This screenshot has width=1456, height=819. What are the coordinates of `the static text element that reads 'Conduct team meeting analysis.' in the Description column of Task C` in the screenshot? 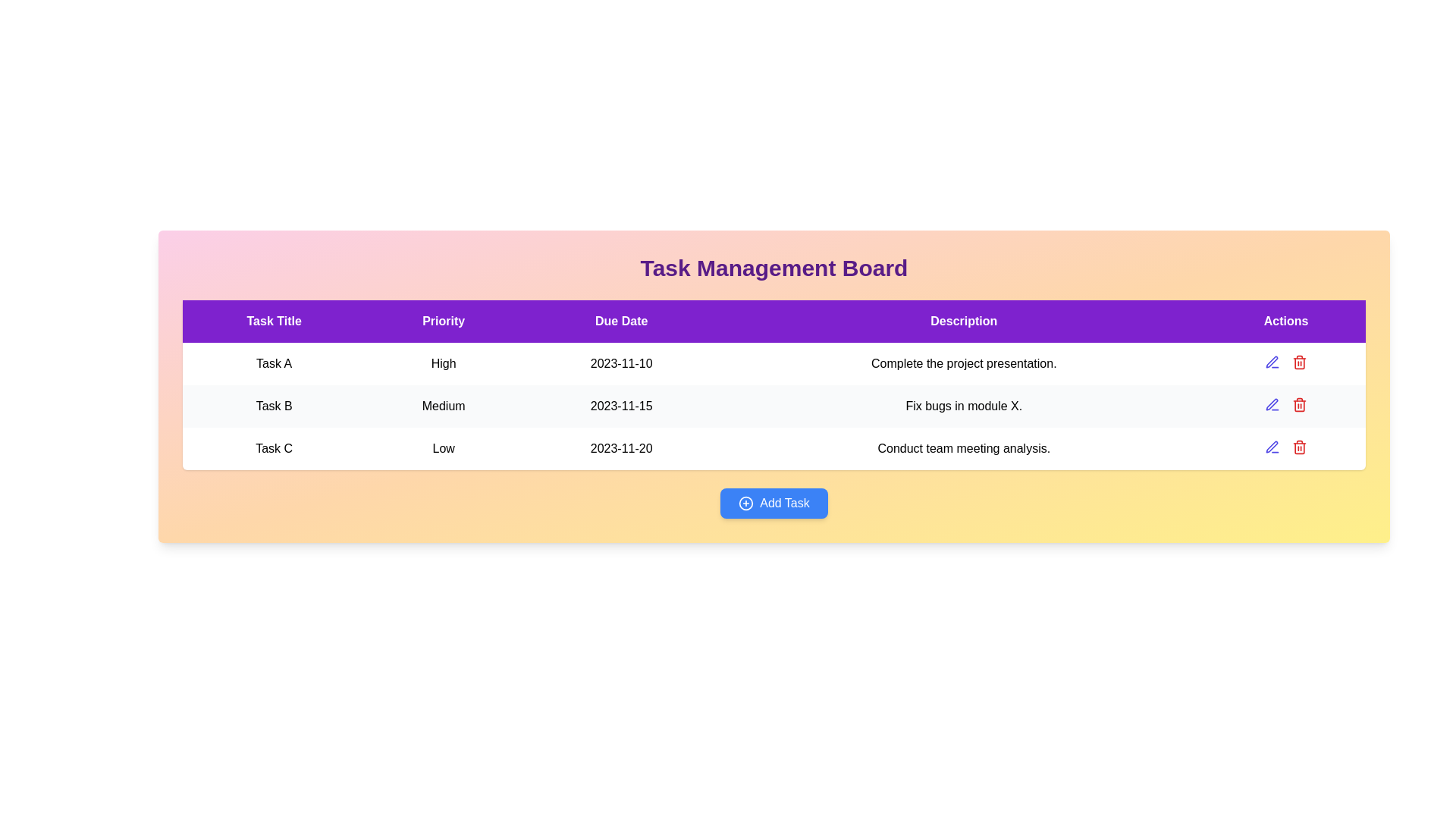 It's located at (963, 447).